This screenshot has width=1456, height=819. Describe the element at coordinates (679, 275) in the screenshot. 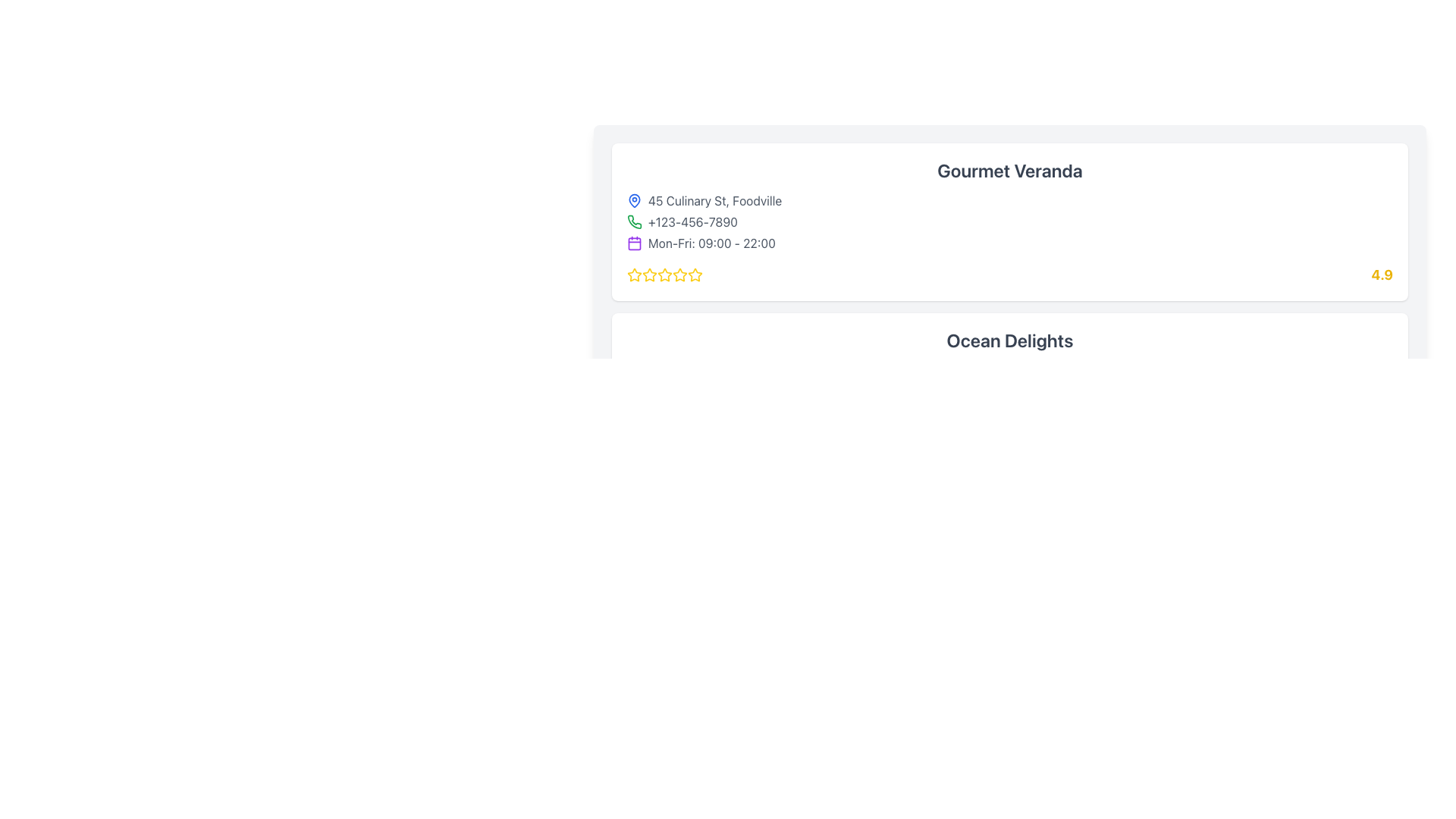

I see `the fourth star icon in the five-star rating system under 'Gourmet Veranda'` at that location.